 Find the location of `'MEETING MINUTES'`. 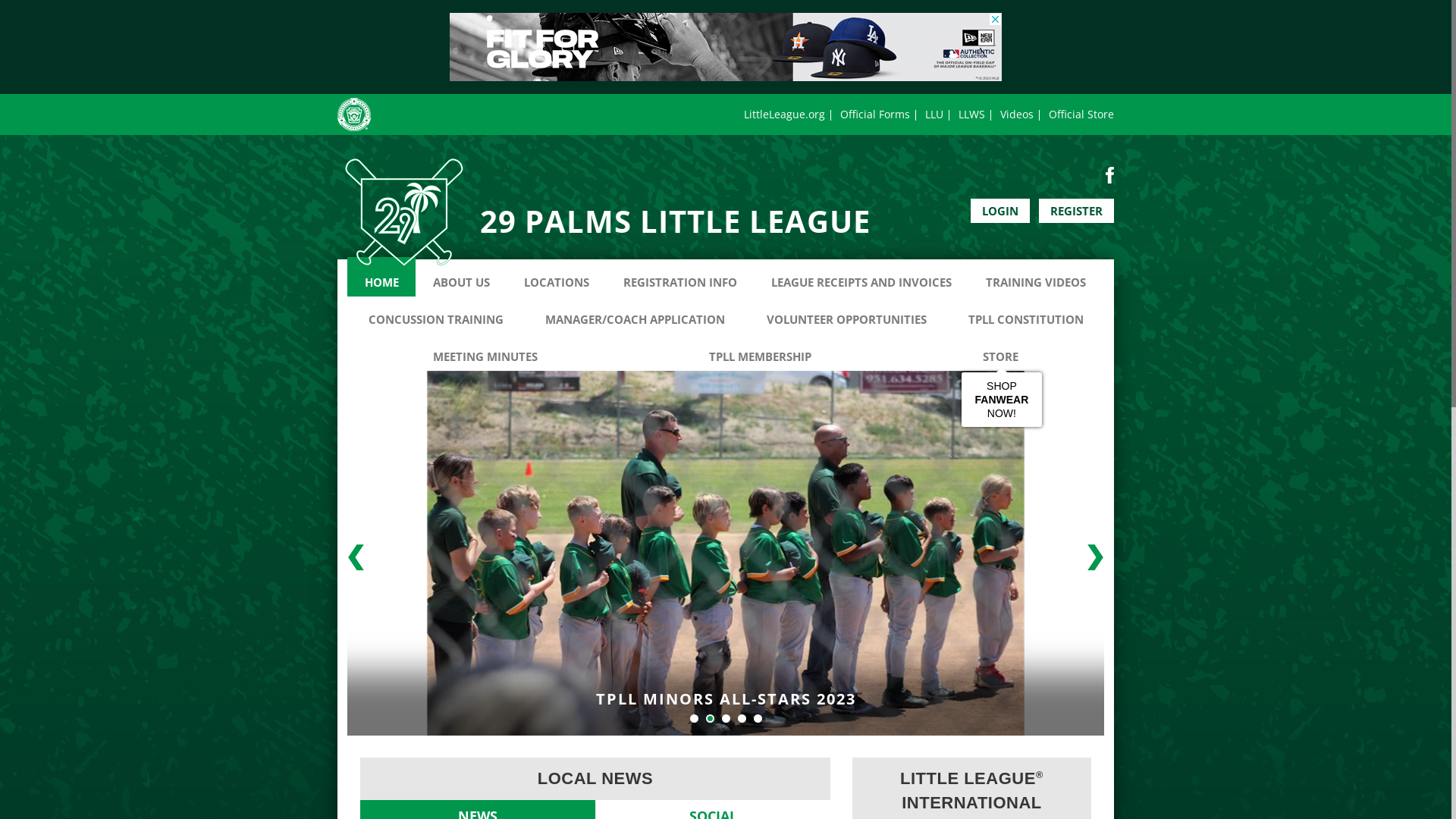

'MEETING MINUTES' is located at coordinates (484, 350).